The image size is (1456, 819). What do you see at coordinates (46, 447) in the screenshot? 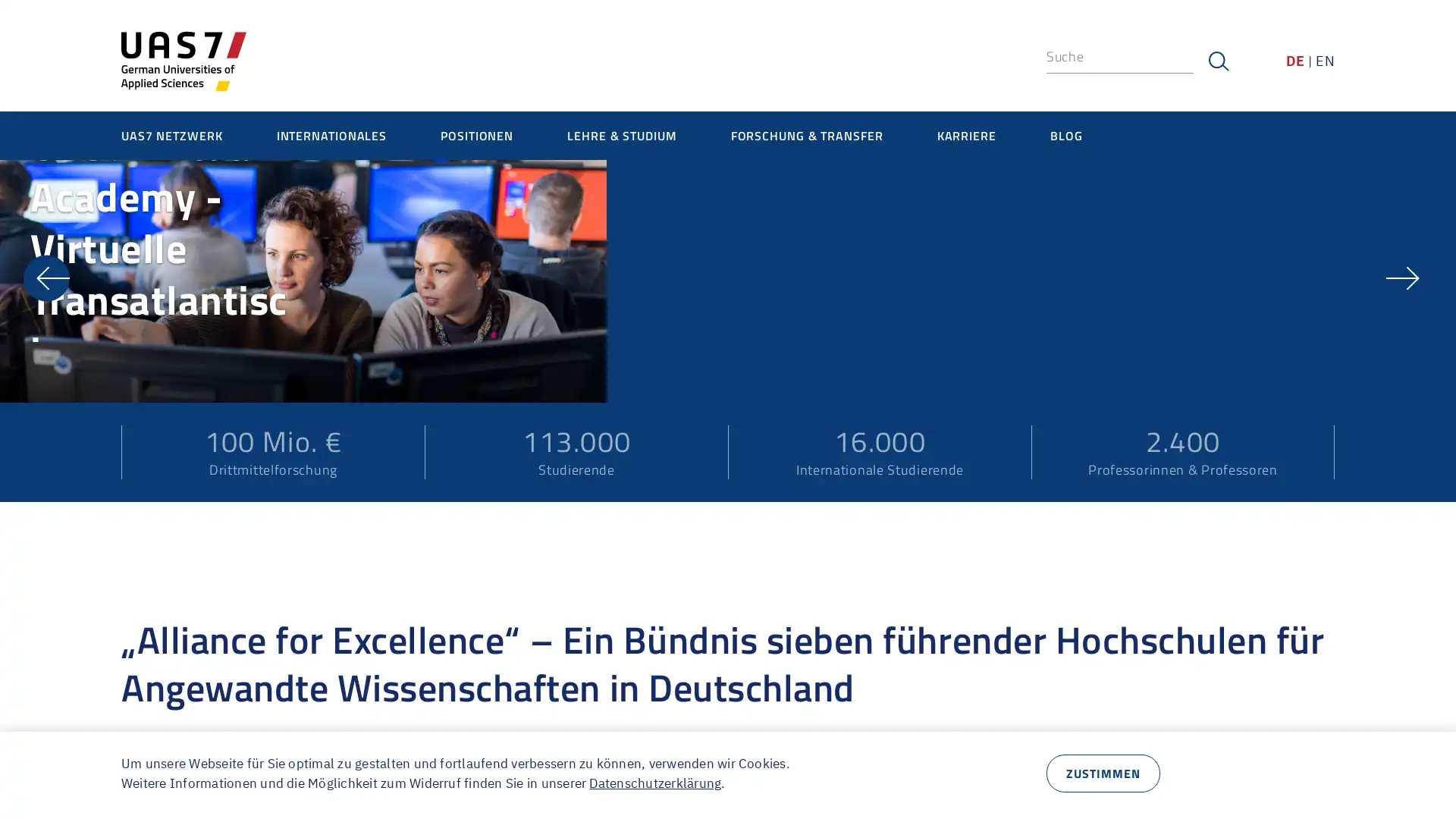
I see `Previous` at bounding box center [46, 447].